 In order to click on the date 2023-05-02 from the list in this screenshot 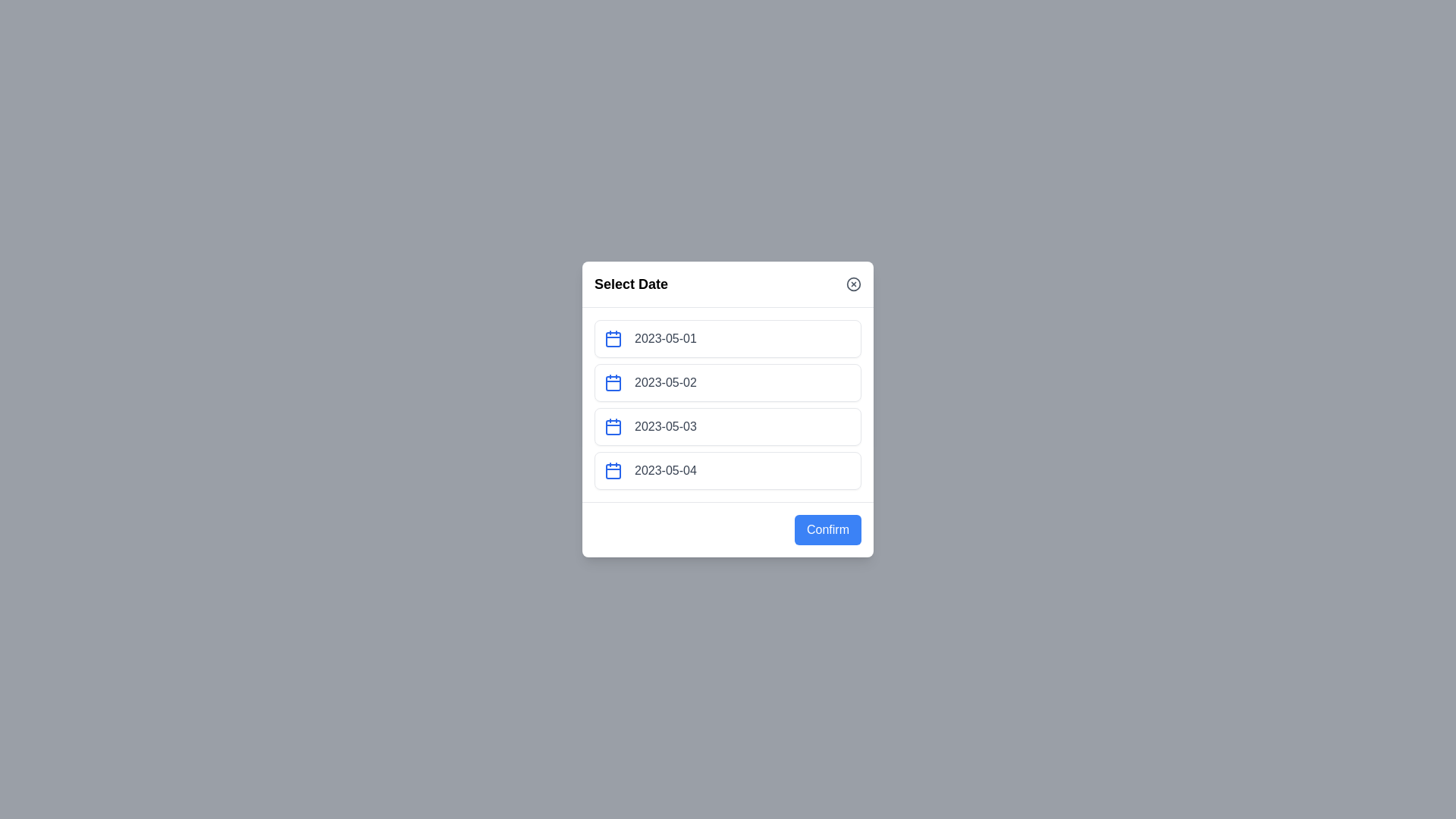, I will do `click(728, 382)`.